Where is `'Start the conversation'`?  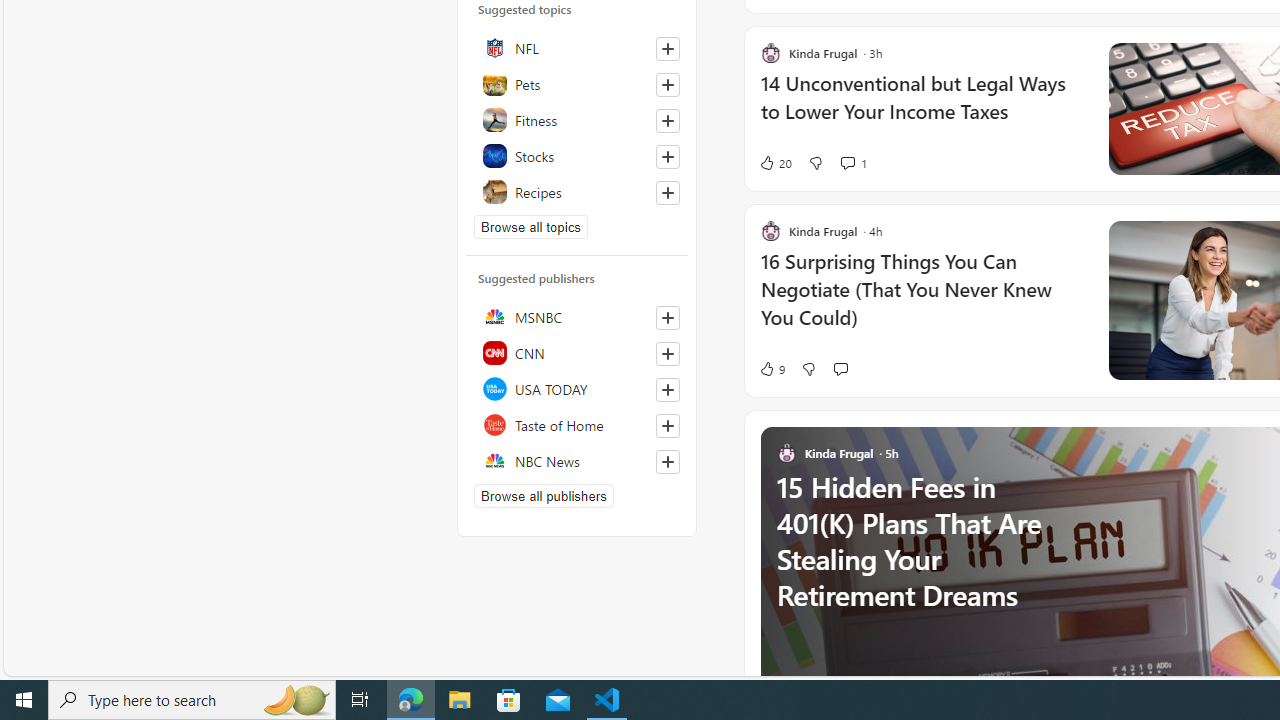
'Start the conversation' is located at coordinates (840, 368).